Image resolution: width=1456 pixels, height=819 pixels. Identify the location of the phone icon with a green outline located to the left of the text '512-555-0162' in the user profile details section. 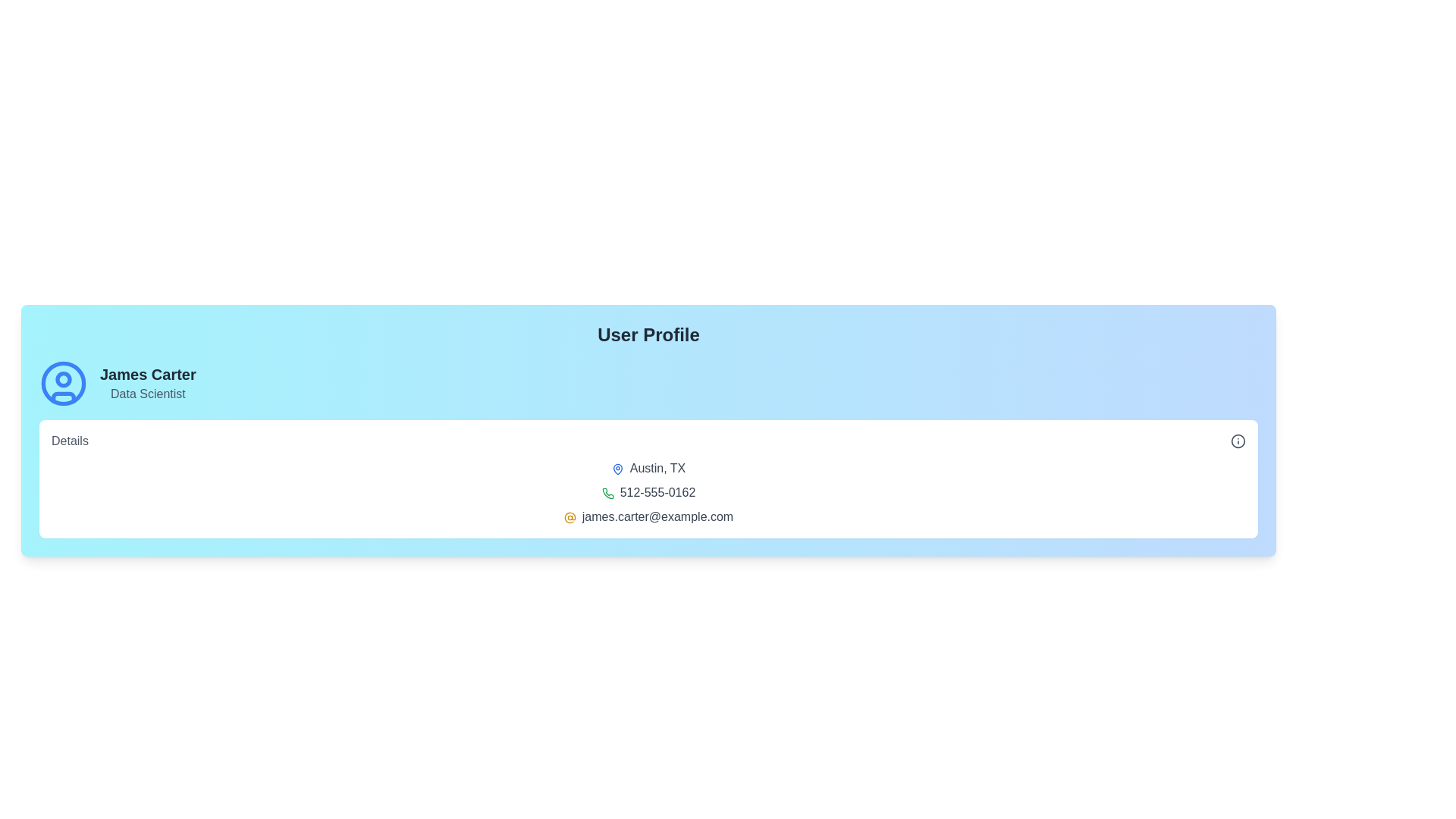
(607, 493).